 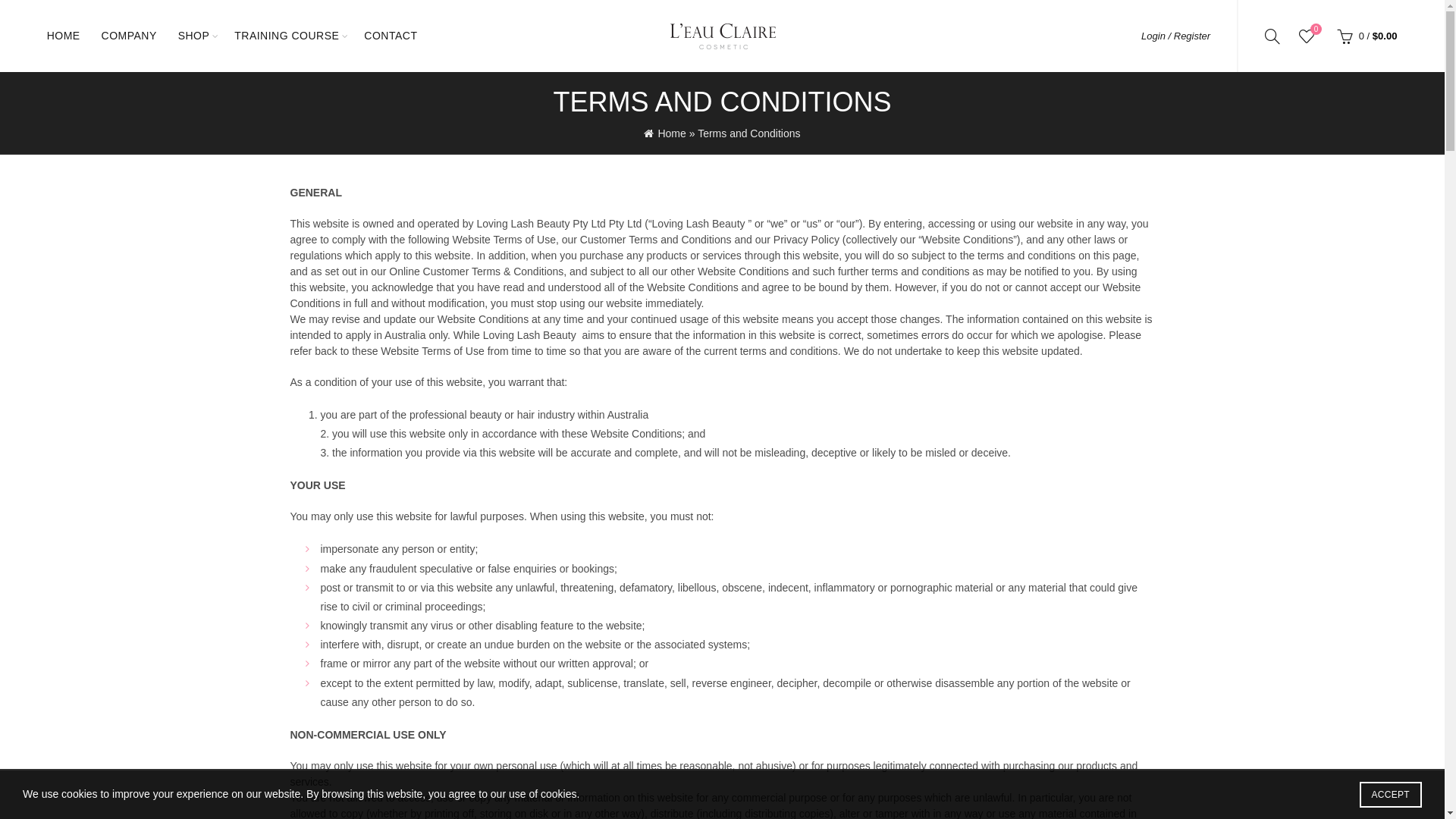 What do you see at coordinates (353, 35) in the screenshot?
I see `'CONTACT'` at bounding box center [353, 35].